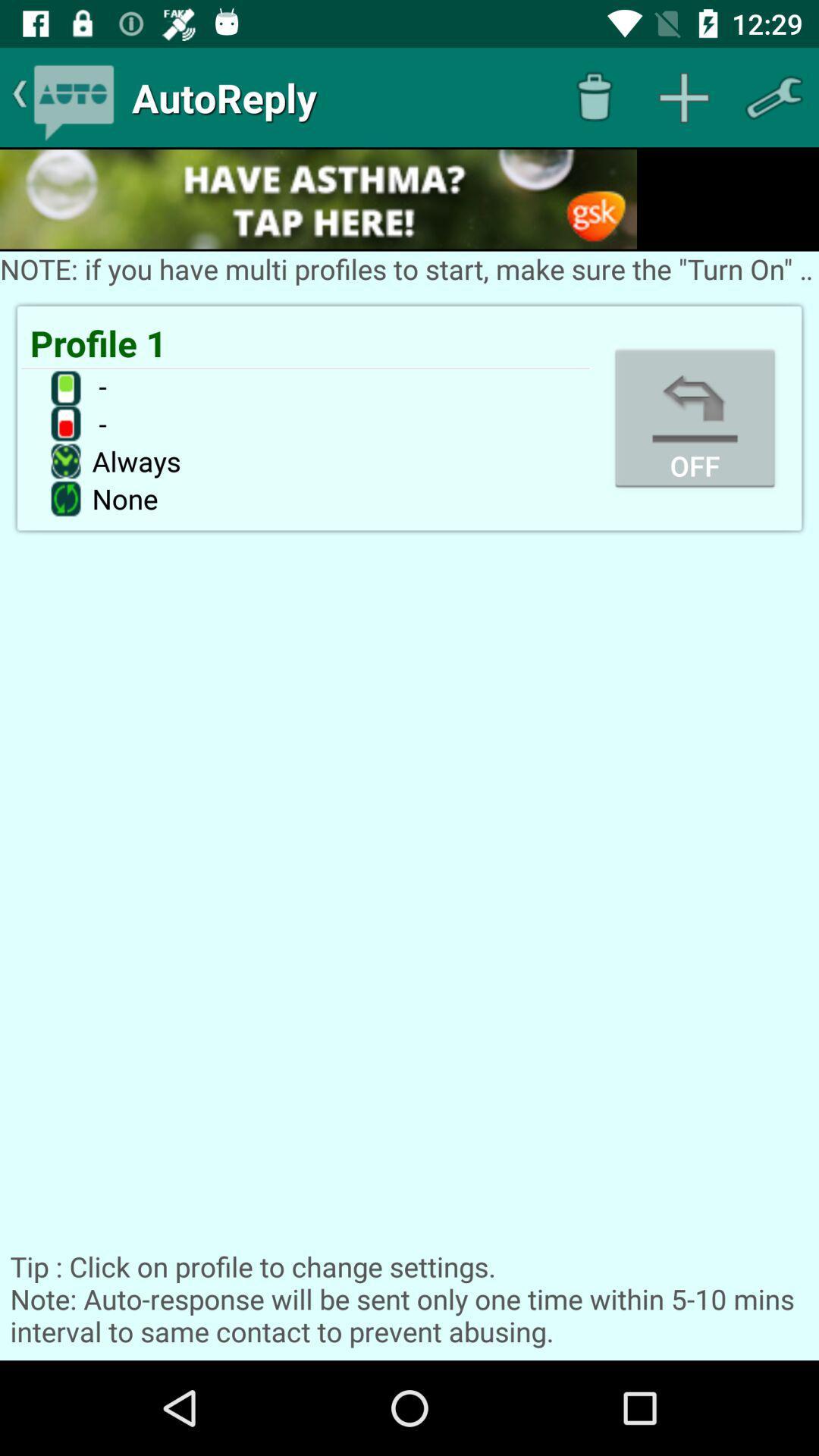 The width and height of the screenshot is (819, 1456). I want to click on the chat icon, so click(74, 96).